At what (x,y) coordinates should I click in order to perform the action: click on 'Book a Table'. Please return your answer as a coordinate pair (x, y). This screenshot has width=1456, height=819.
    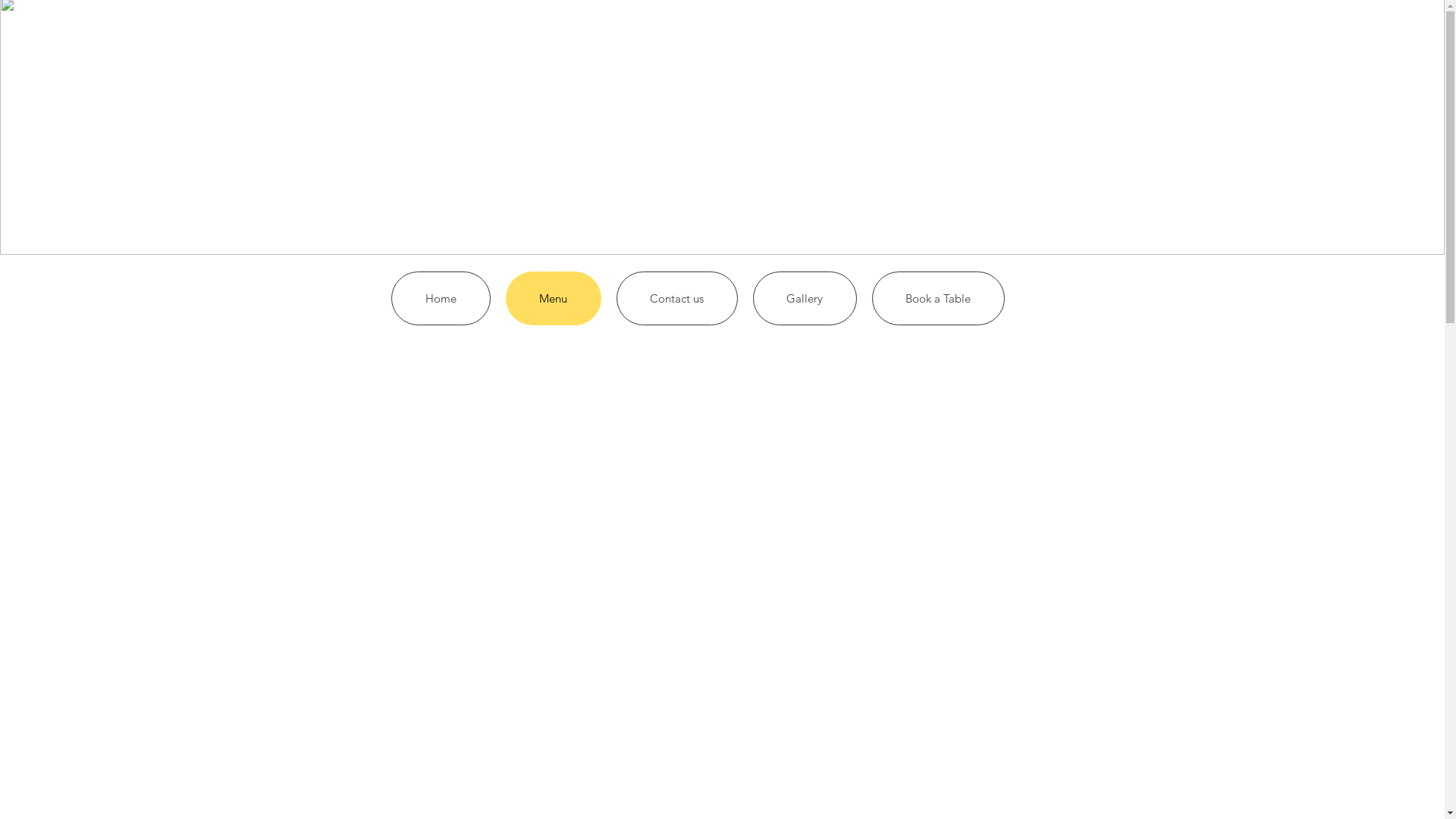
    Looking at the image, I should click on (937, 298).